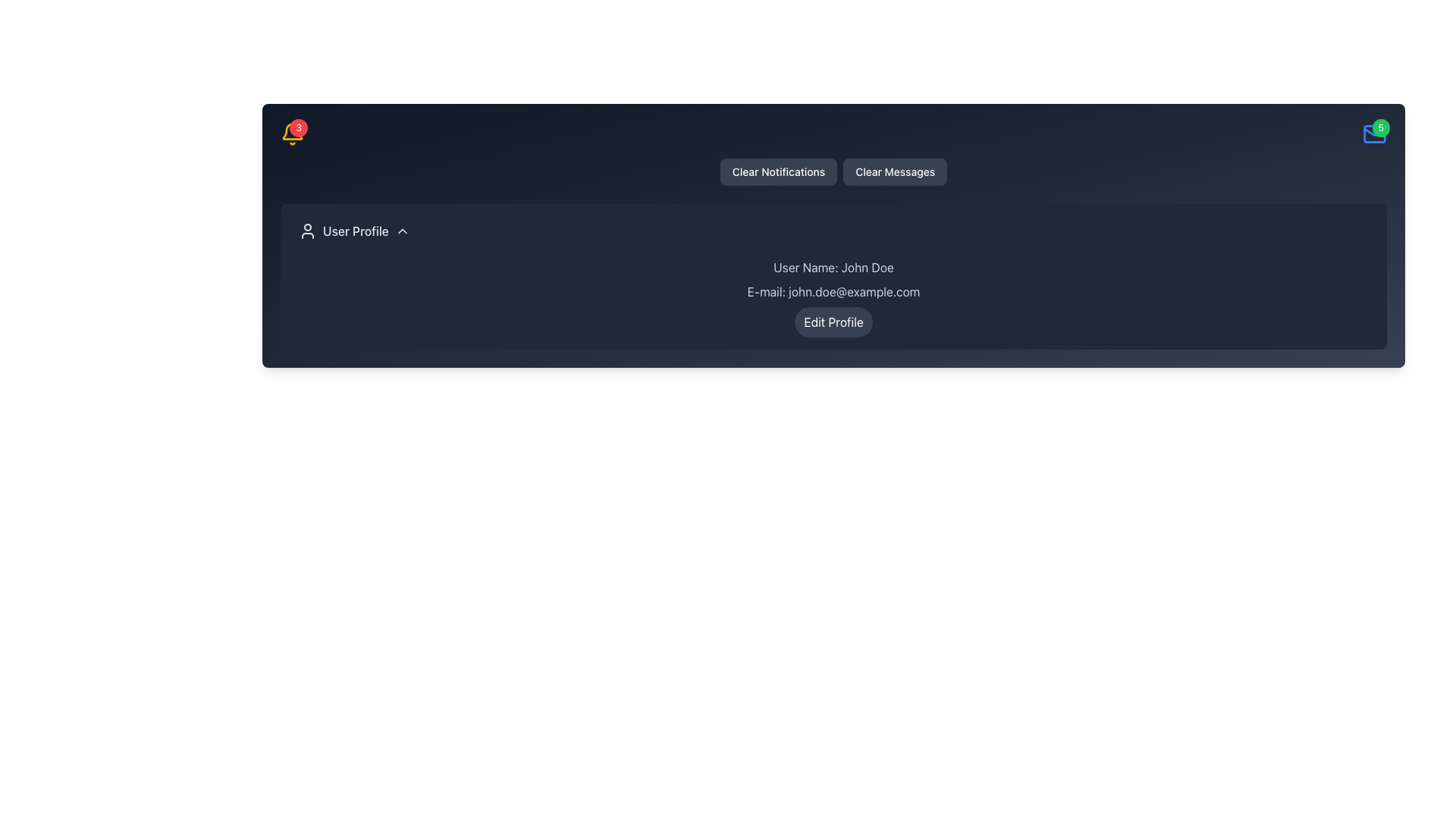 The image size is (1456, 819). What do you see at coordinates (299, 127) in the screenshot?
I see `the notifications represented by the small circular red badge with the numeral '3' overlaying the bell icon in the top-right area of the header` at bounding box center [299, 127].